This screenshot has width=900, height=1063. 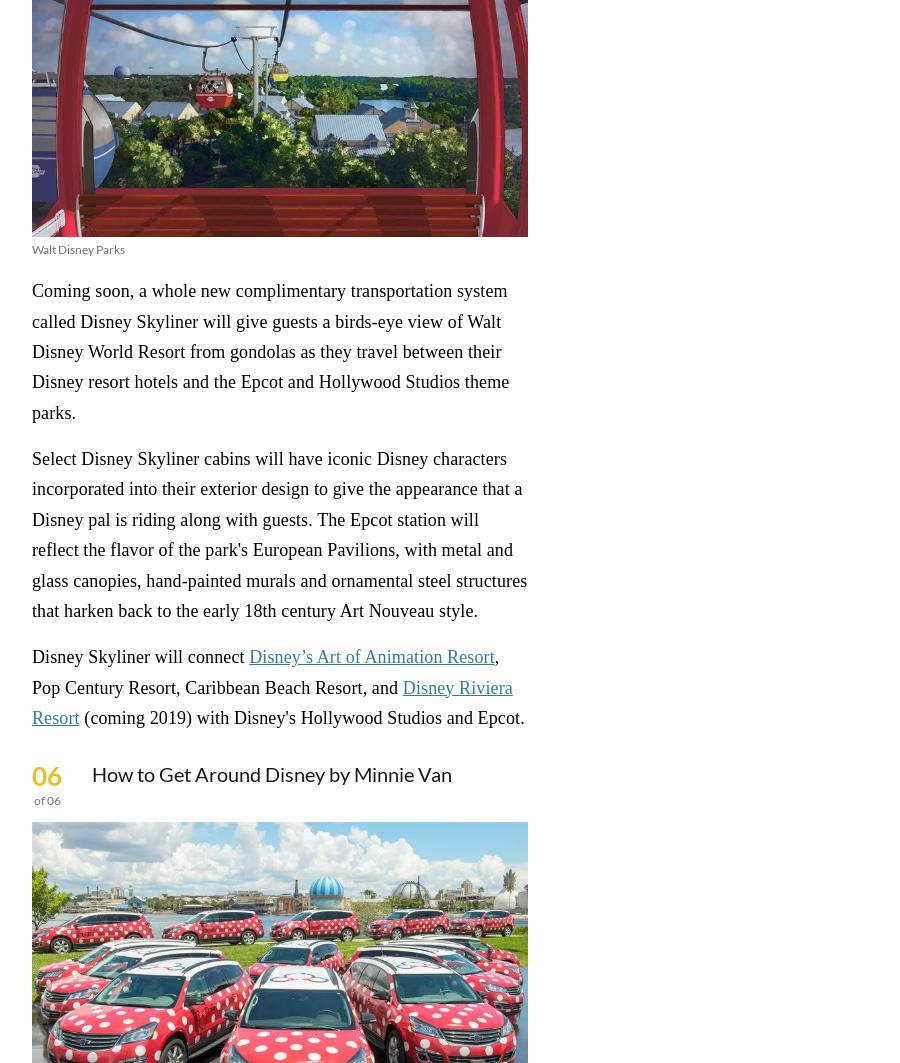 What do you see at coordinates (140, 656) in the screenshot?
I see `'Disney Skyliner will connect'` at bounding box center [140, 656].